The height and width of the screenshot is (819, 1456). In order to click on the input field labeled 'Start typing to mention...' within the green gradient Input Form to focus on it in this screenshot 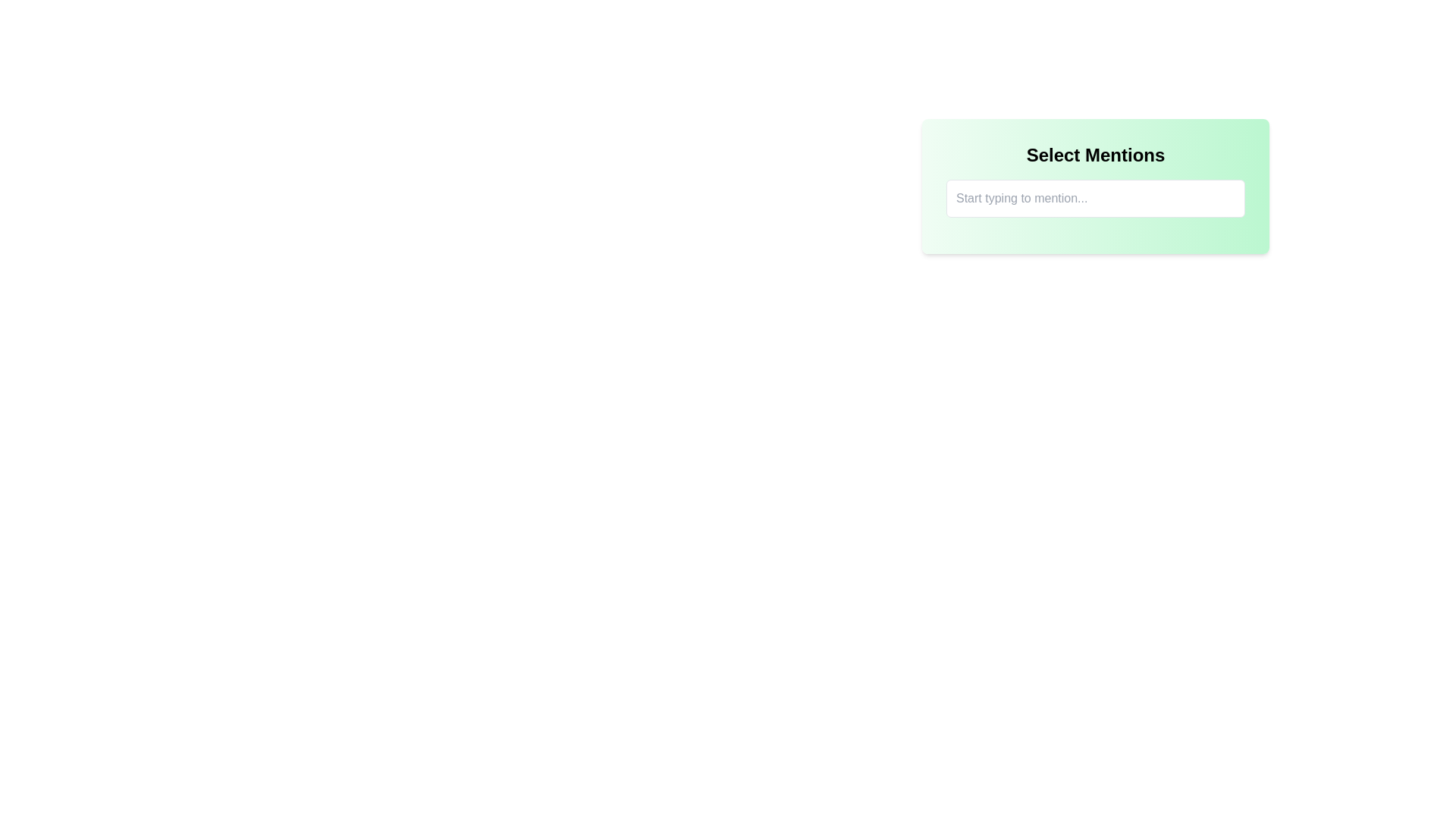, I will do `click(1095, 186)`.